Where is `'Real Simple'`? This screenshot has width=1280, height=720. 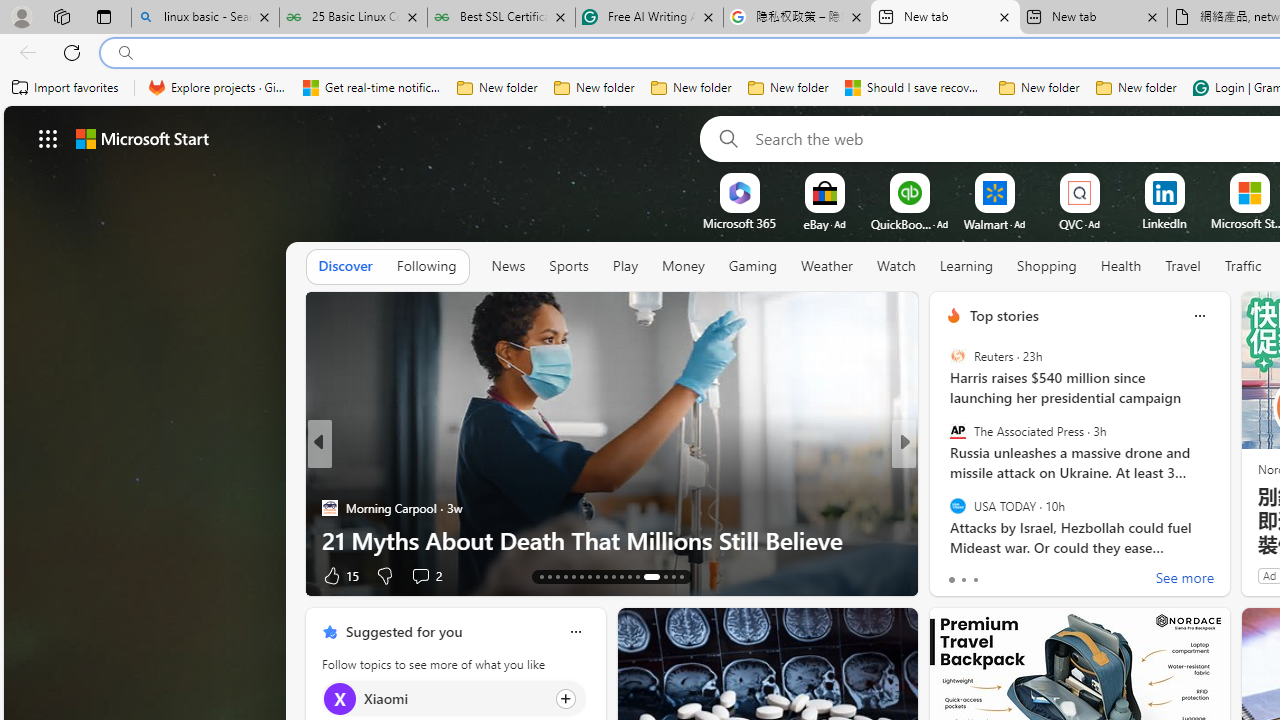
'Real Simple' is located at coordinates (944, 506).